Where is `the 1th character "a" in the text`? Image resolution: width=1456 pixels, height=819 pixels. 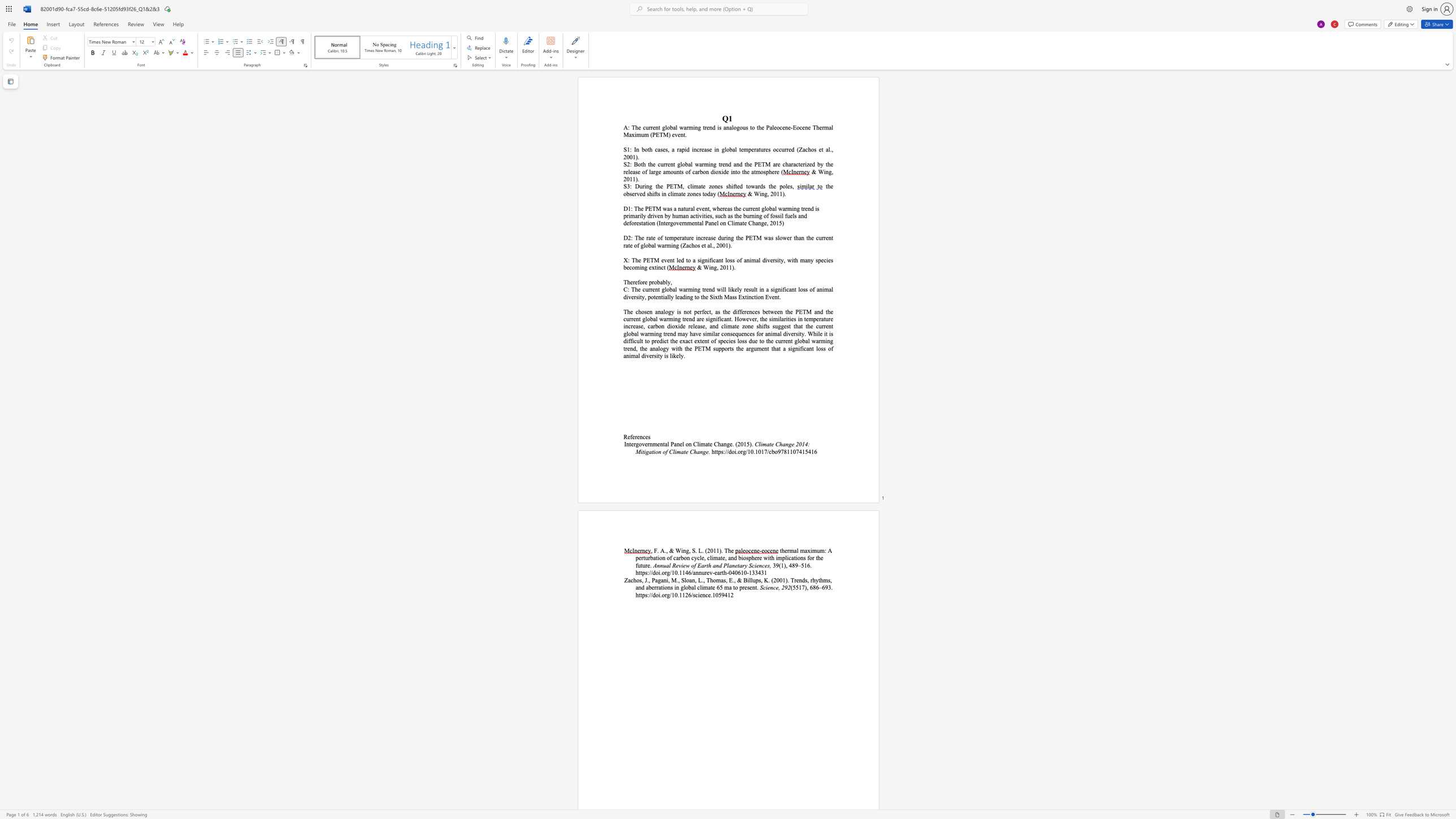
the 1th character "a" in the text is located at coordinates (680, 193).